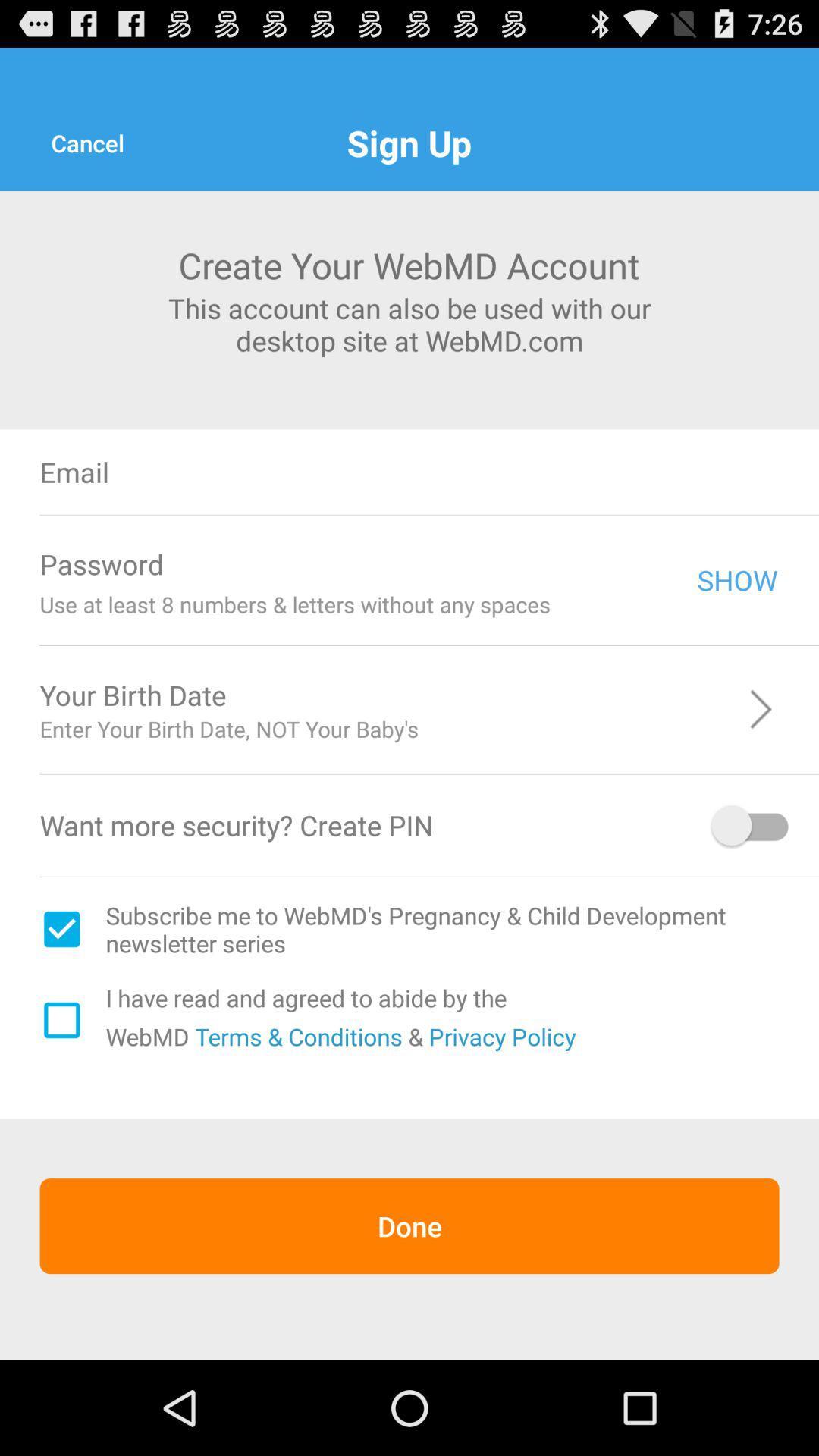  I want to click on the done item, so click(409, 1226).